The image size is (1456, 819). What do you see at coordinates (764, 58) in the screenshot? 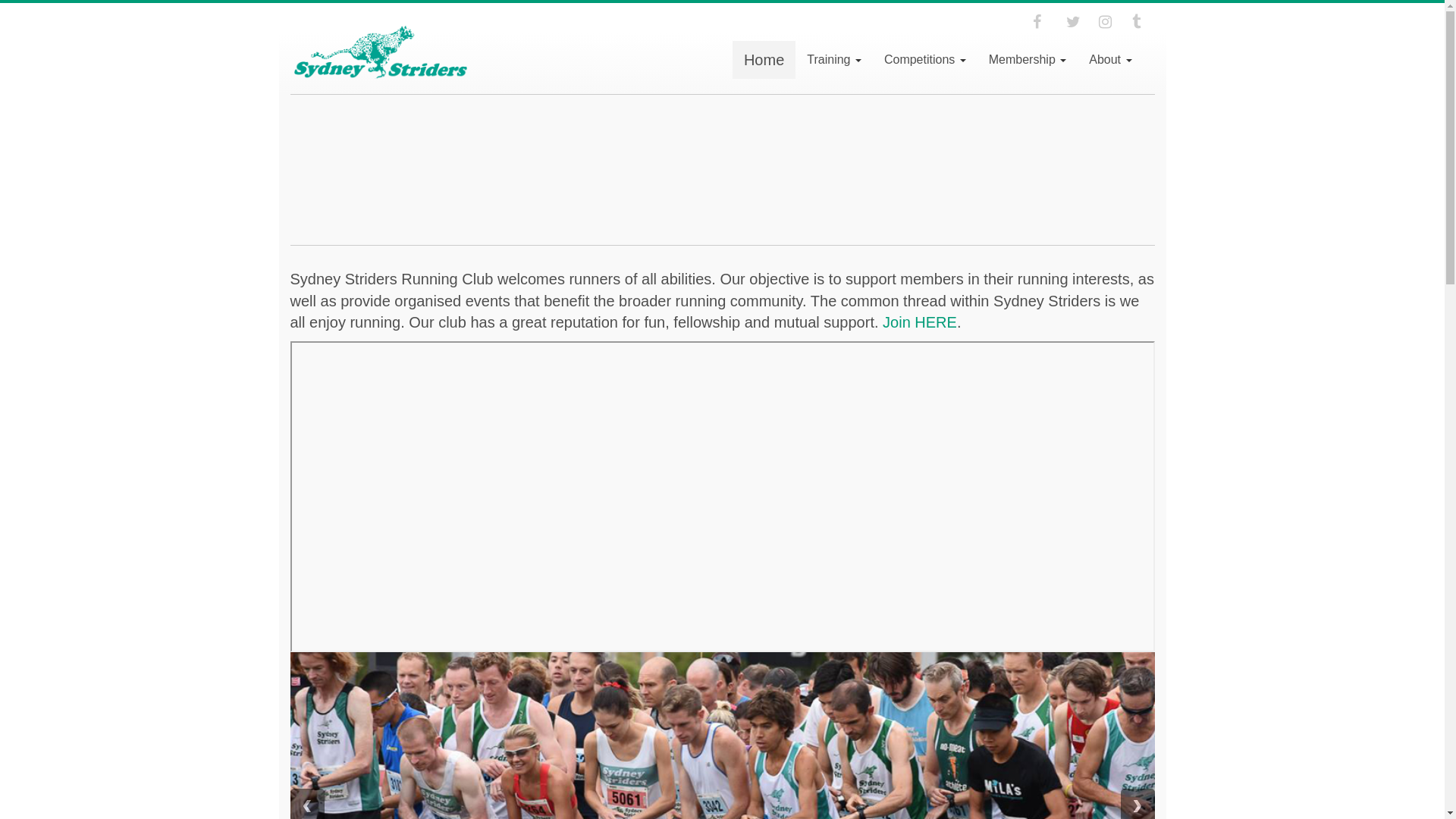
I see `'Home'` at bounding box center [764, 58].